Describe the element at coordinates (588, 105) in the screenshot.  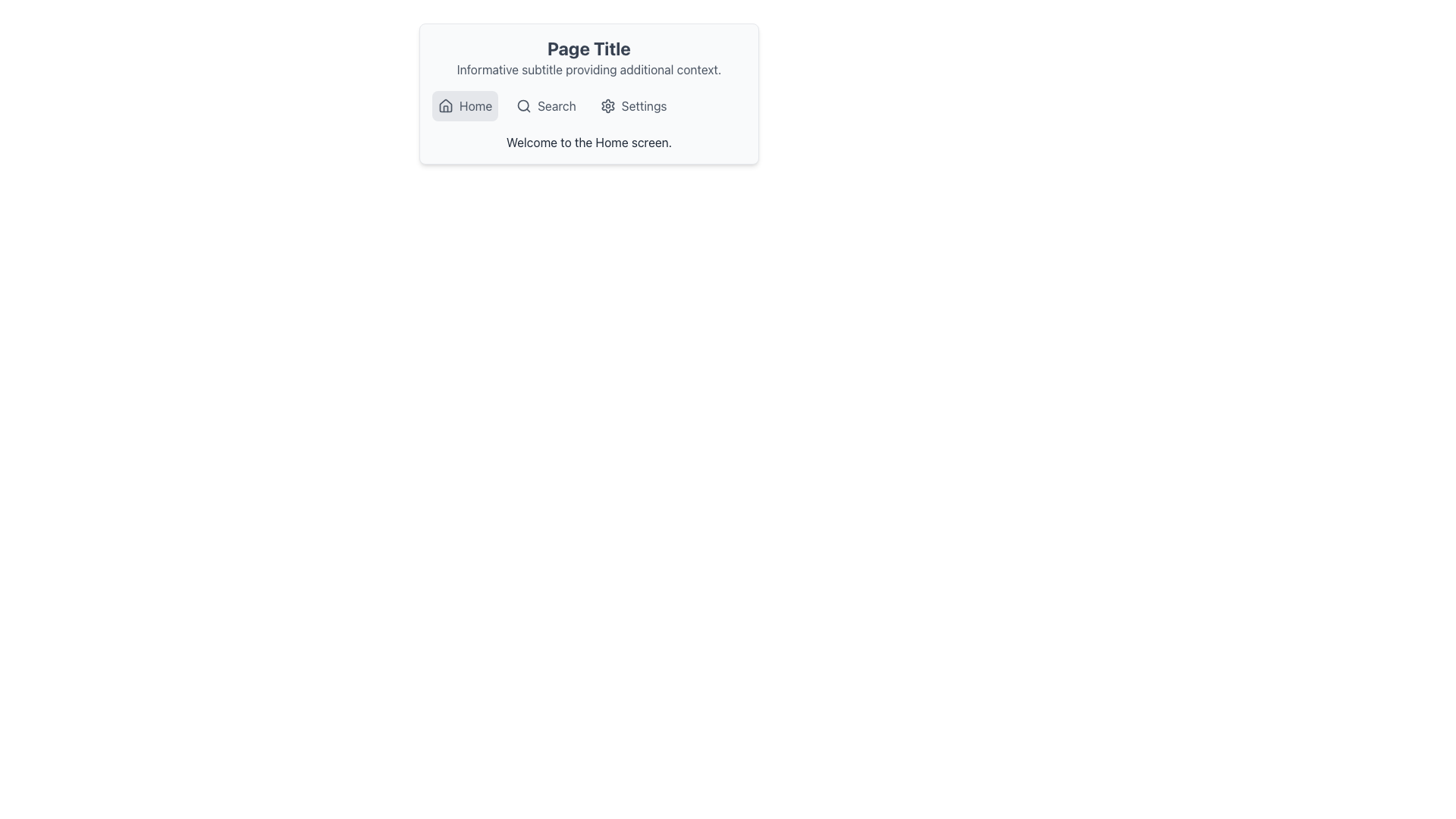
I see `the Navigation Bar to receive visual feedback on the menu items, which include 'Home', 'Search', and 'Settings'` at that location.